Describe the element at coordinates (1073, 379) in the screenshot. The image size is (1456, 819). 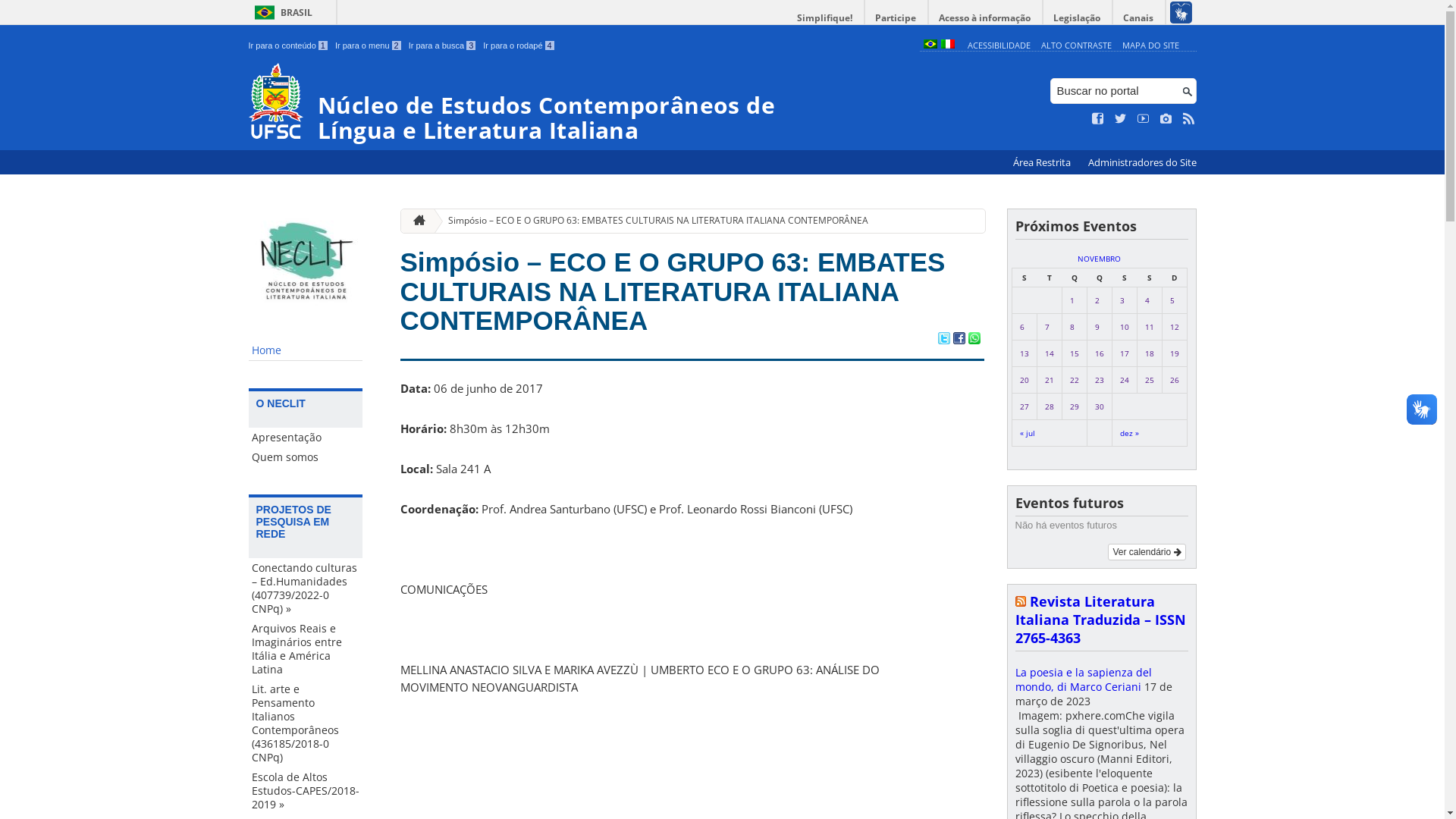
I see `'22'` at that location.